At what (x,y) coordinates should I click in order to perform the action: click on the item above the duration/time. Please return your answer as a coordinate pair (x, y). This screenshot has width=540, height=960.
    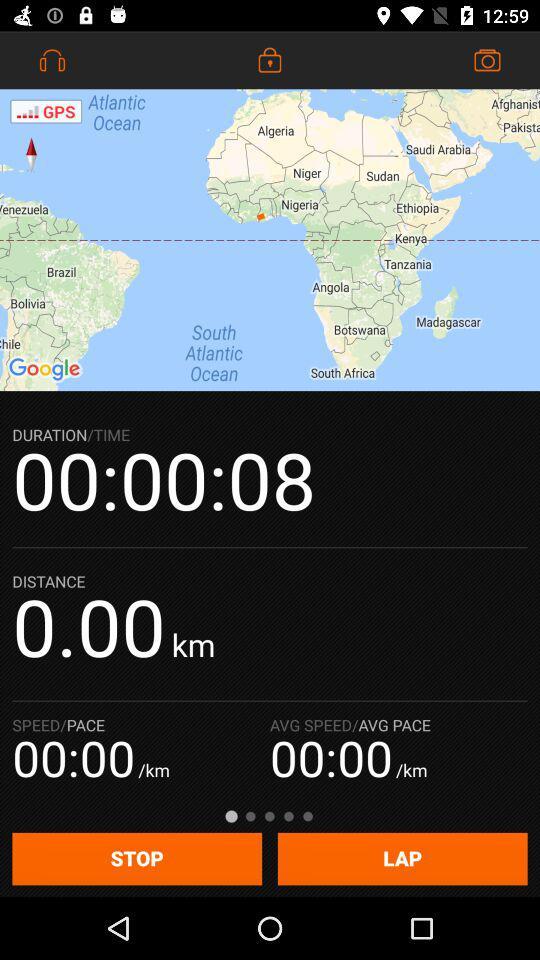
    Looking at the image, I should click on (270, 240).